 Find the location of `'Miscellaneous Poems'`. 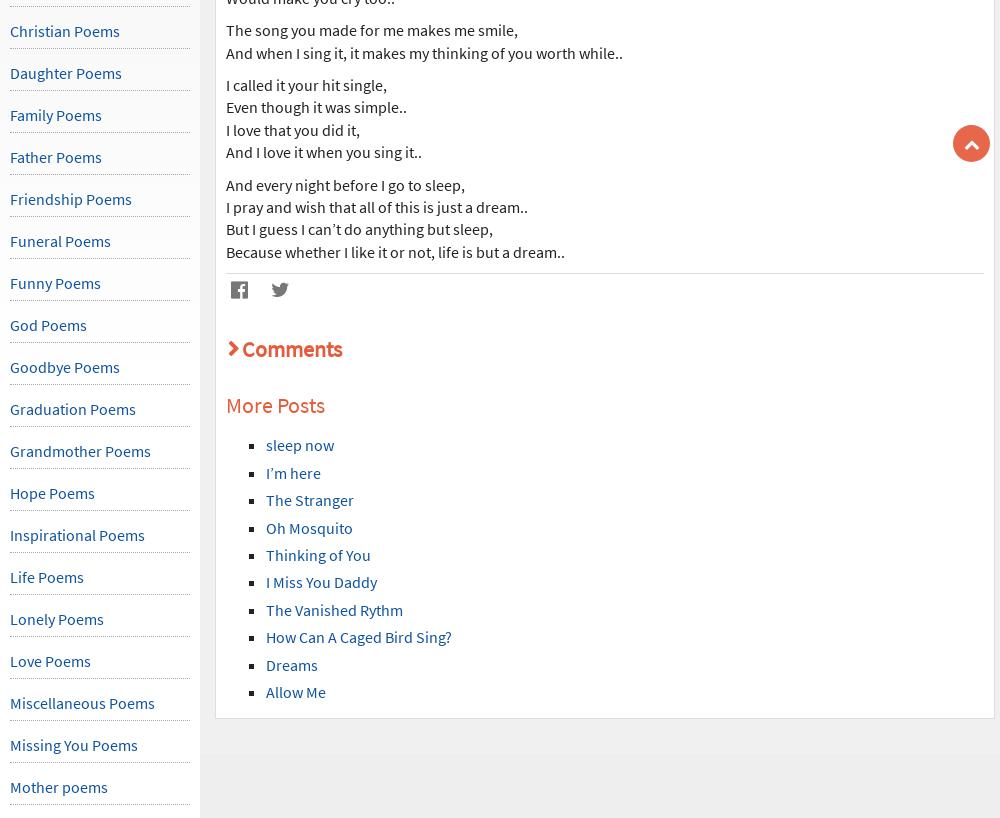

'Miscellaneous Poems' is located at coordinates (81, 701).